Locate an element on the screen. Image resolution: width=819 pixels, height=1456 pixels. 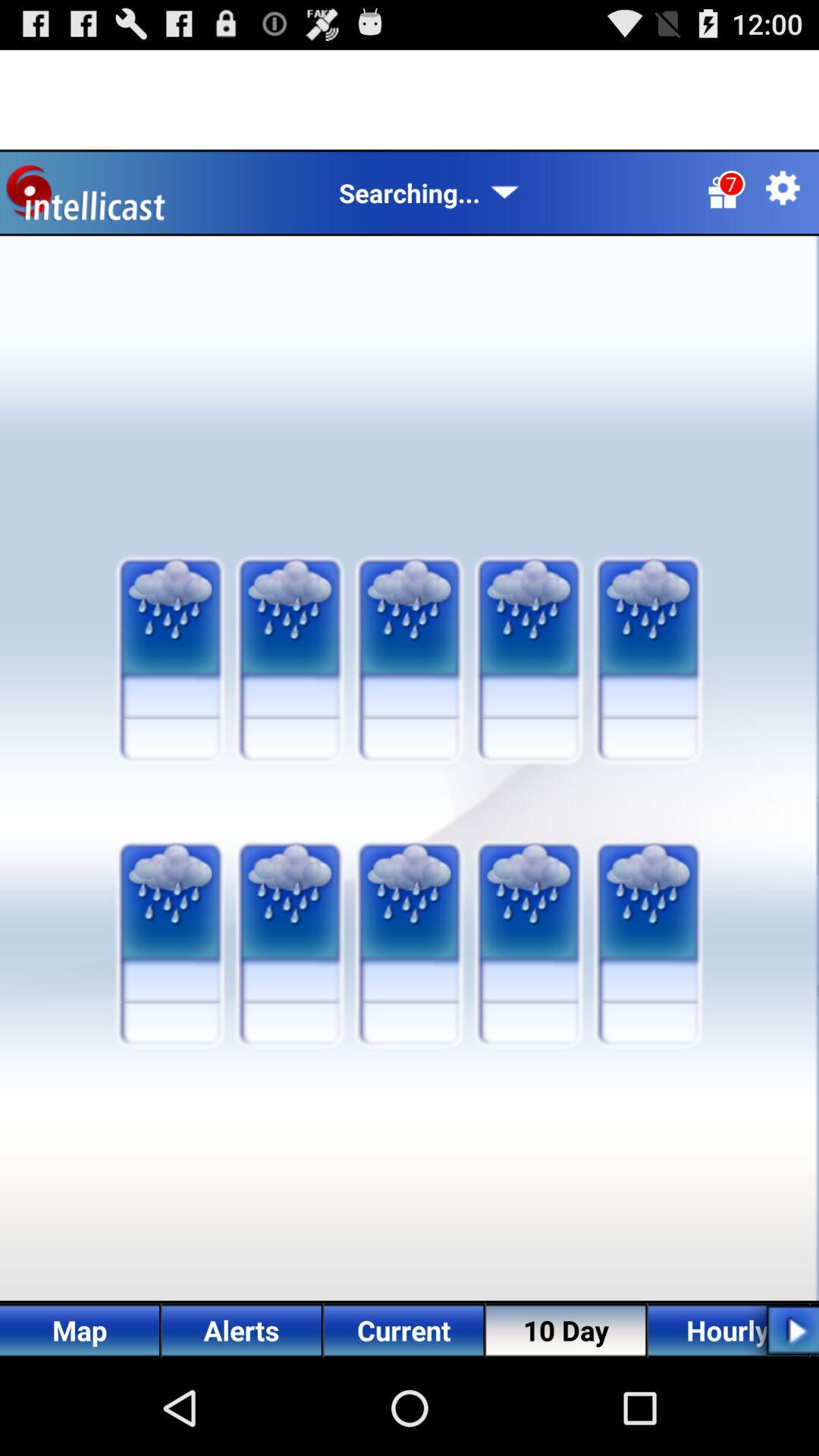
the settings icon is located at coordinates (783, 200).